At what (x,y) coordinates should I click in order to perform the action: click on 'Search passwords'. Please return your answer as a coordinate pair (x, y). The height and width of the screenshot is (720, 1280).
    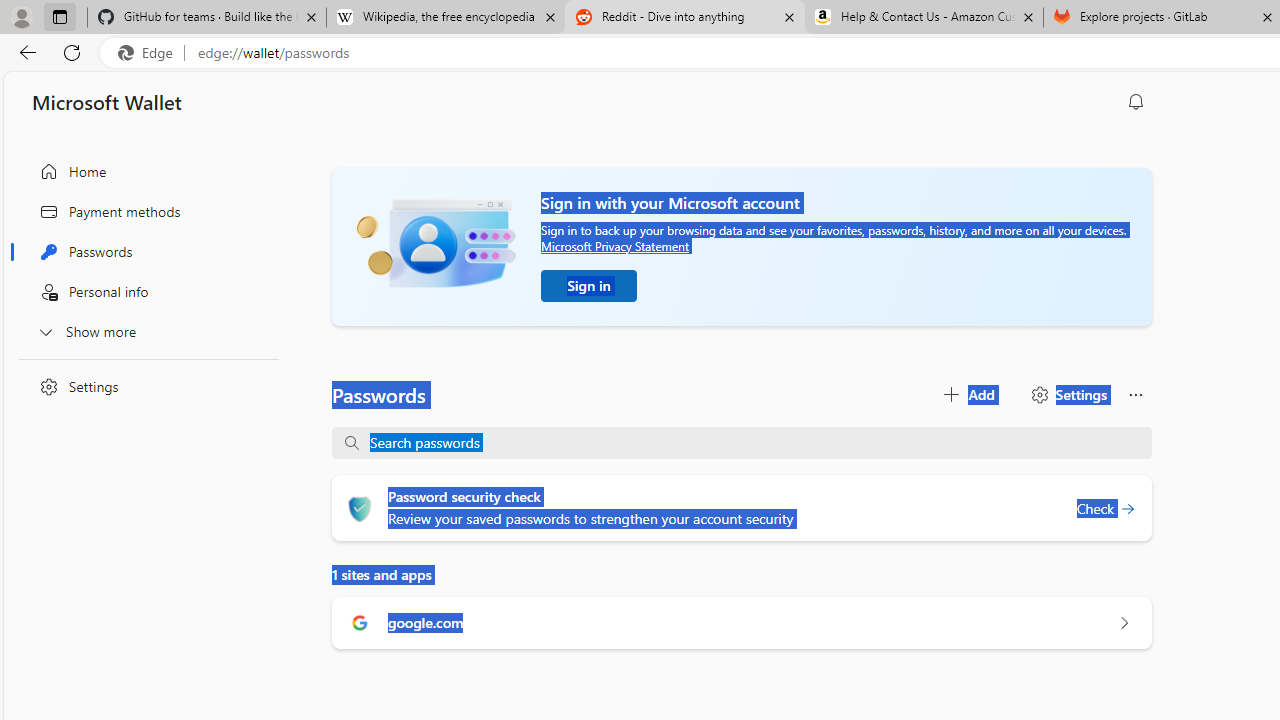
    Looking at the image, I should click on (751, 441).